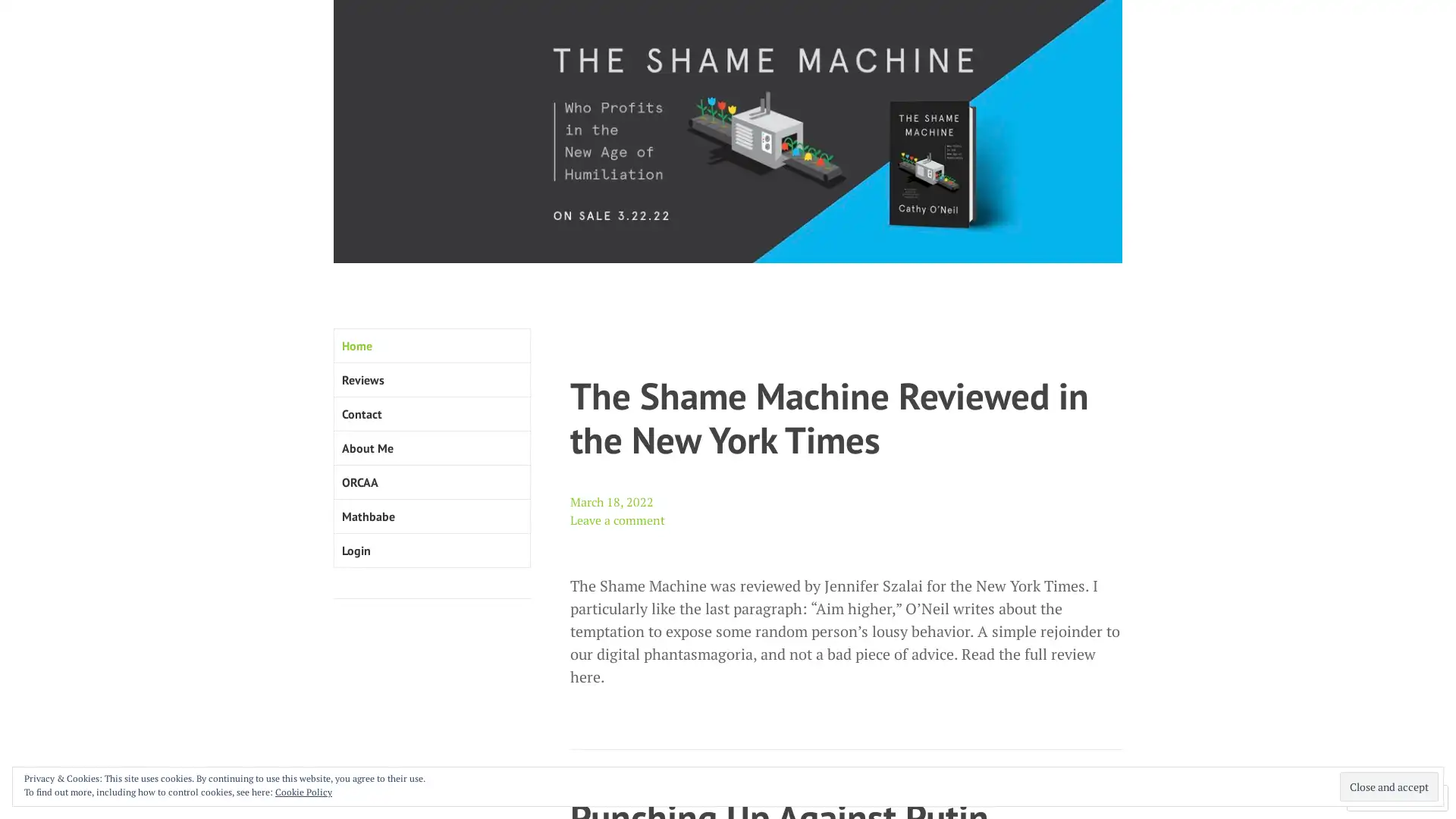 The image size is (1456, 819). What do you see at coordinates (1389, 786) in the screenshot?
I see `Close and accept` at bounding box center [1389, 786].